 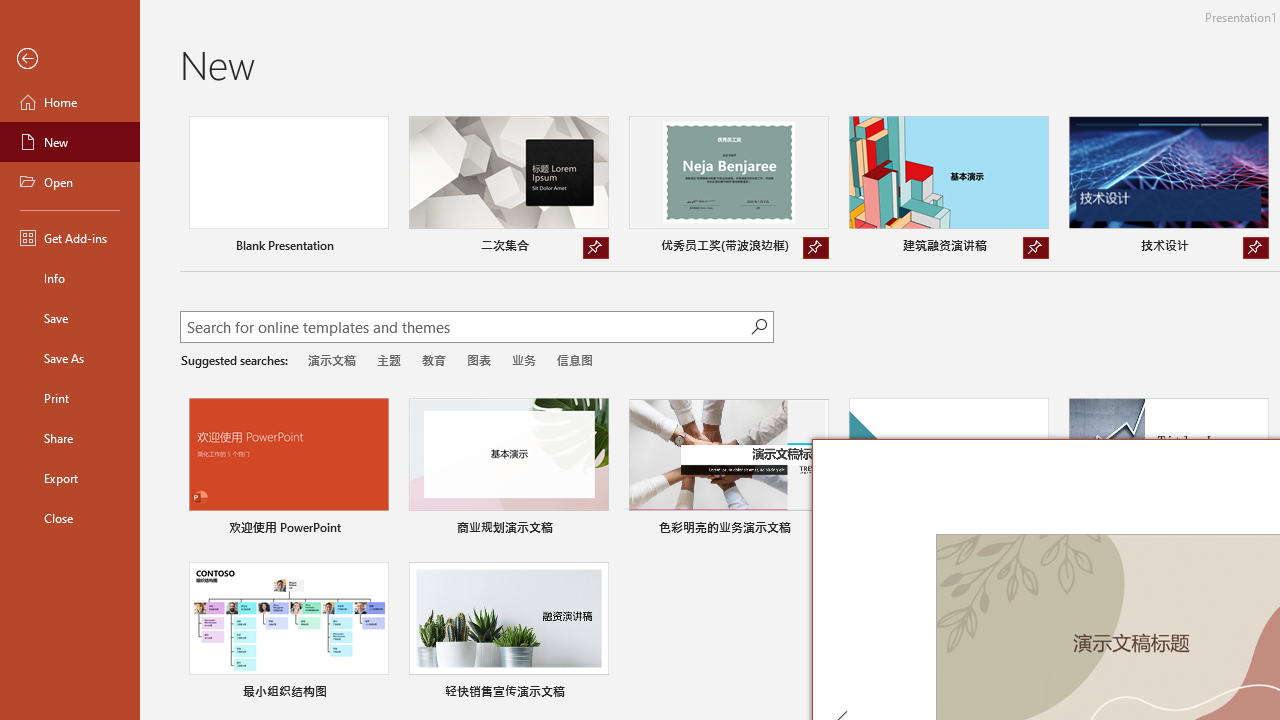 I want to click on 'Print', so click(x=69, y=398).